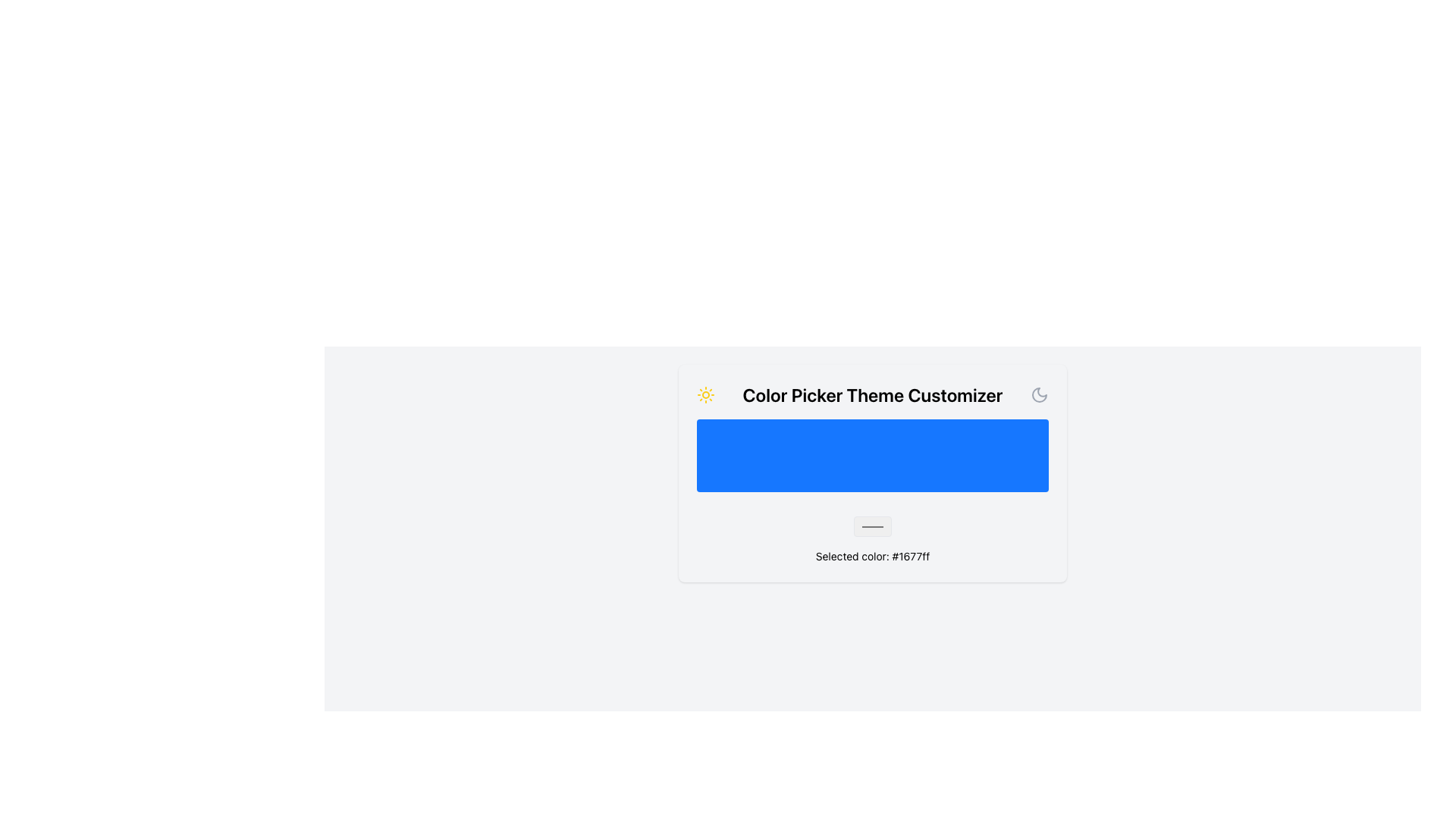 The image size is (1456, 819). What do you see at coordinates (873, 556) in the screenshot?
I see `the text displaying 'Selected color: #1677ff' located at the bottom of the card component` at bounding box center [873, 556].